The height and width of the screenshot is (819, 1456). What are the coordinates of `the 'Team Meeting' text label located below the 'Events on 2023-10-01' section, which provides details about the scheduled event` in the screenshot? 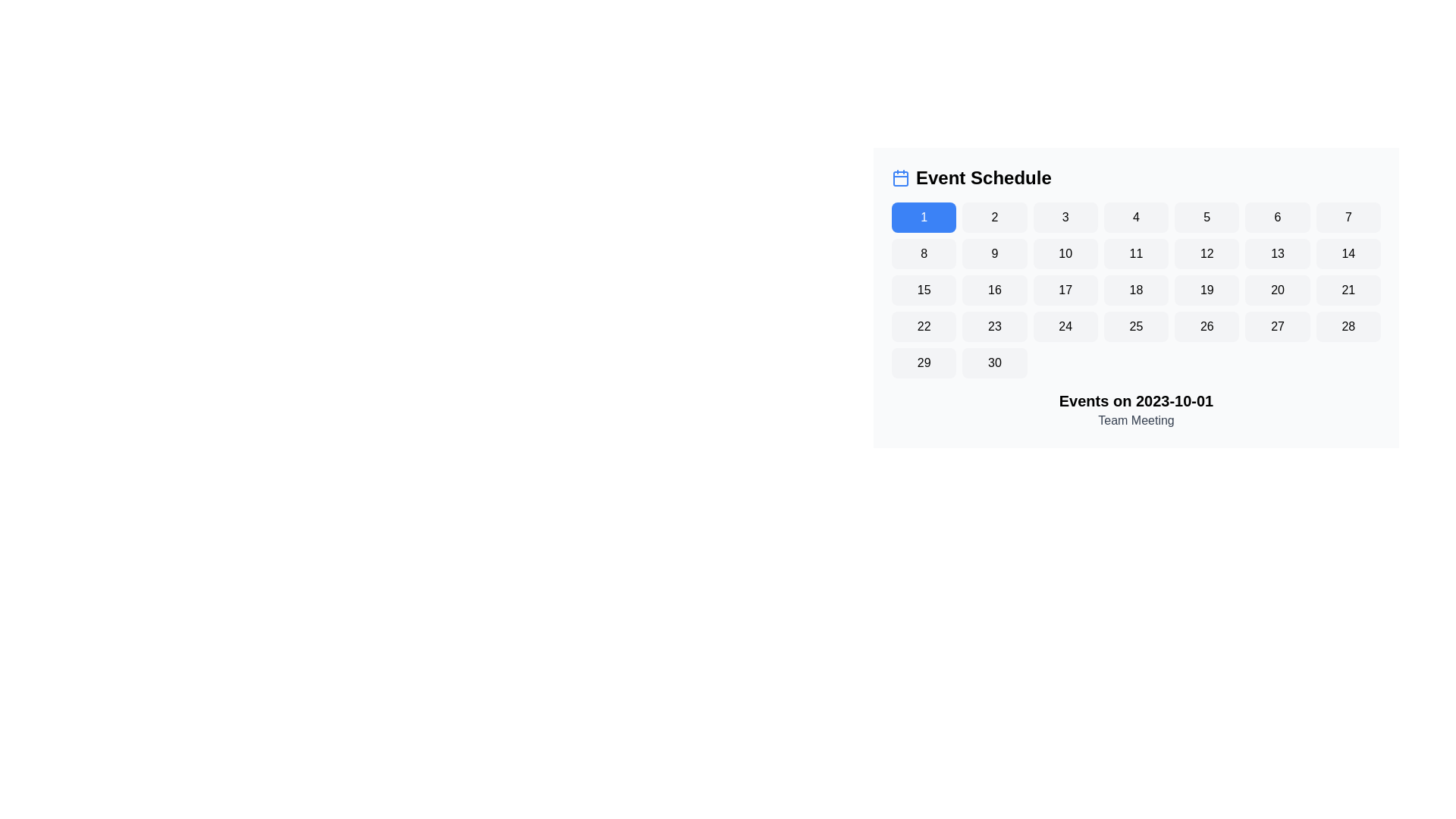 It's located at (1136, 421).